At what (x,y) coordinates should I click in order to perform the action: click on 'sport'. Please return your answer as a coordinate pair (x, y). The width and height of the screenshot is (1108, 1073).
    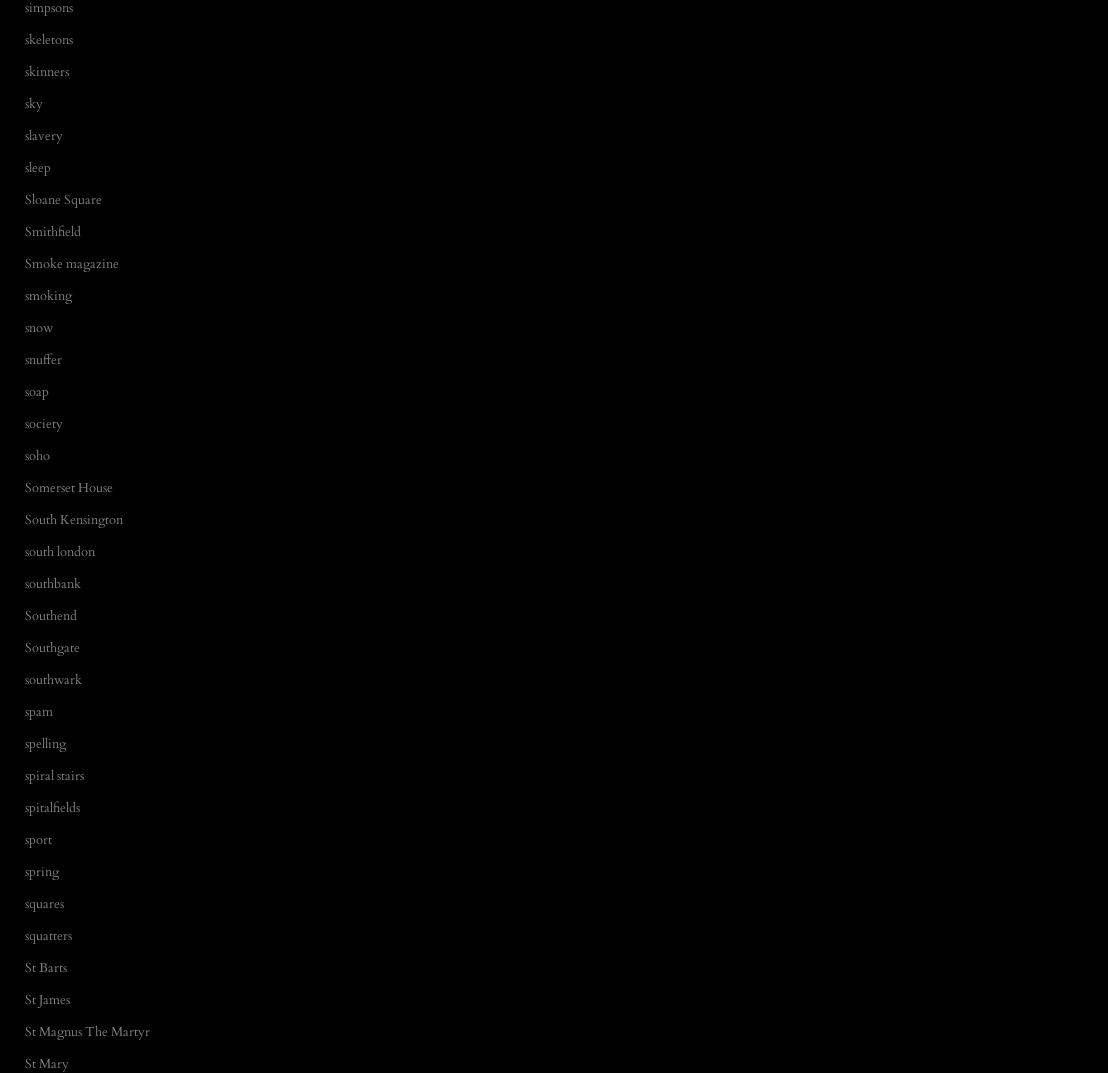
    Looking at the image, I should click on (38, 837).